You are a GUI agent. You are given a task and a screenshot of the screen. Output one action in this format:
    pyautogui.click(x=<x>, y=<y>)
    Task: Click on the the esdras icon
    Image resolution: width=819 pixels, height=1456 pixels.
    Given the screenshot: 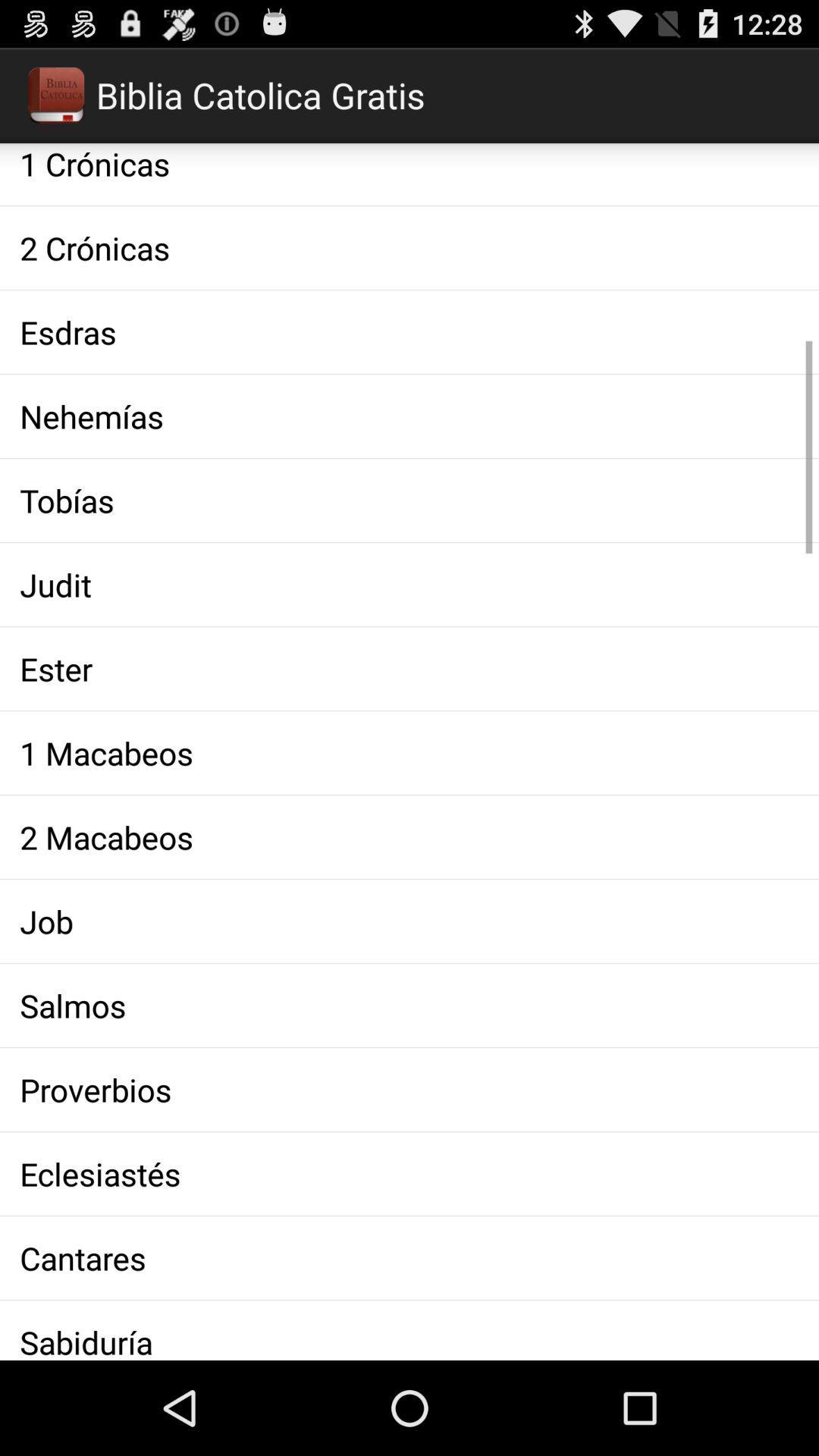 What is the action you would take?
    pyautogui.click(x=409, y=331)
    